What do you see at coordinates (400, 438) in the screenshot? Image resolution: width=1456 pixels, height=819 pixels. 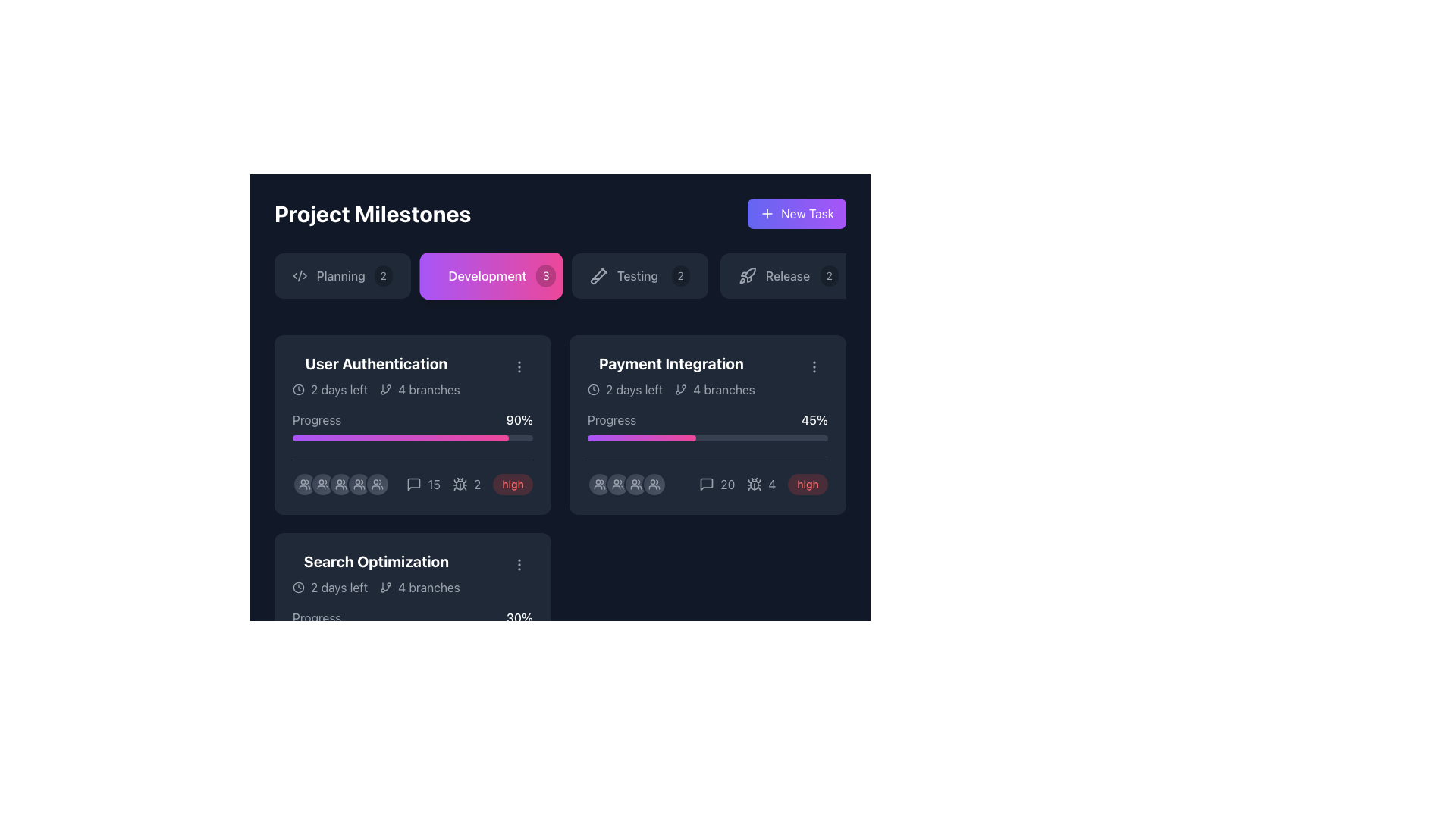 I see `the gradient-colored progress indicator bar located in the 'Progress' section of the 'Payment Integration' panel on the right-hand side of the interface` at bounding box center [400, 438].